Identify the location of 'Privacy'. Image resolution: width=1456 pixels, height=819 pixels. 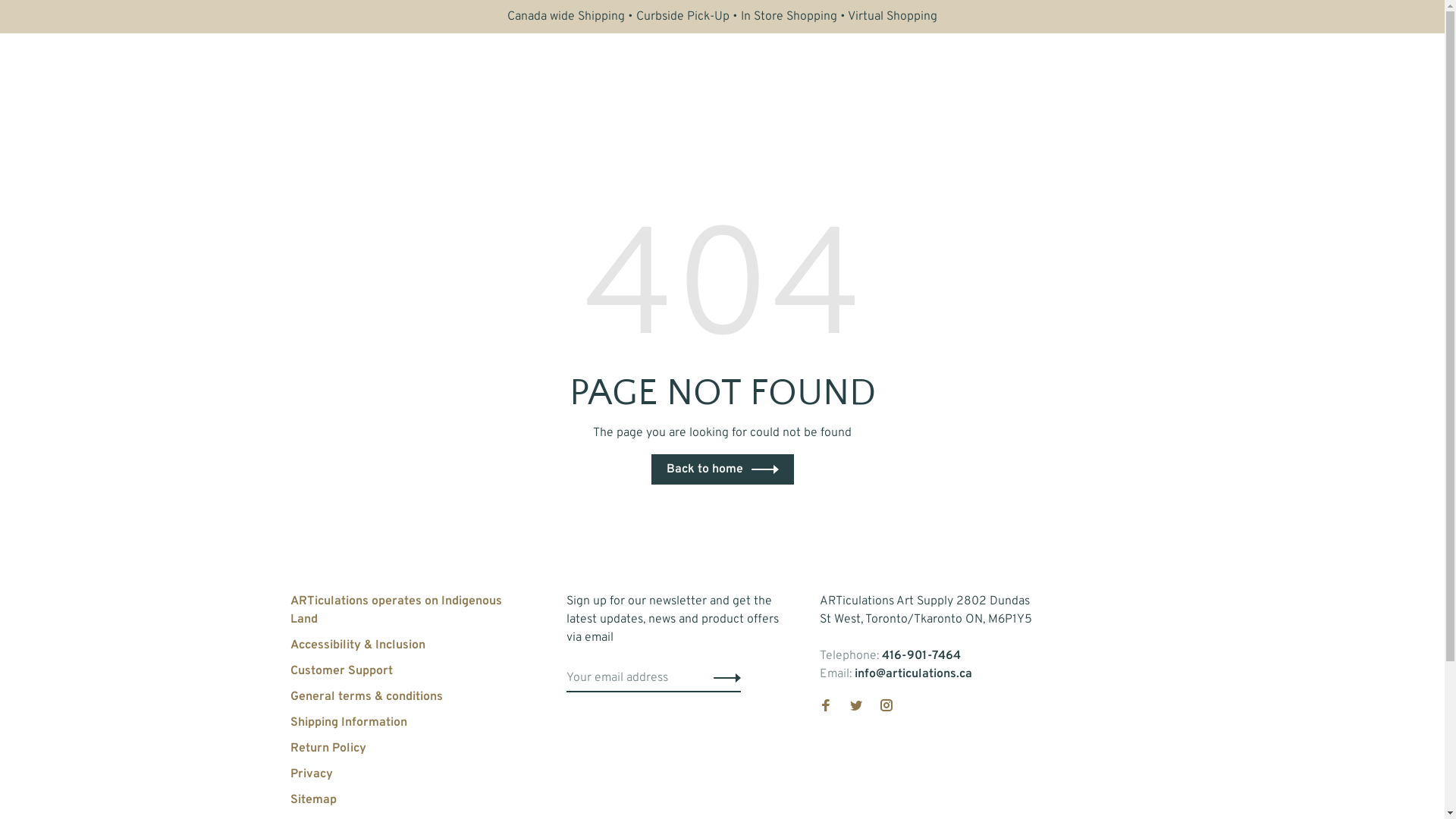
(309, 774).